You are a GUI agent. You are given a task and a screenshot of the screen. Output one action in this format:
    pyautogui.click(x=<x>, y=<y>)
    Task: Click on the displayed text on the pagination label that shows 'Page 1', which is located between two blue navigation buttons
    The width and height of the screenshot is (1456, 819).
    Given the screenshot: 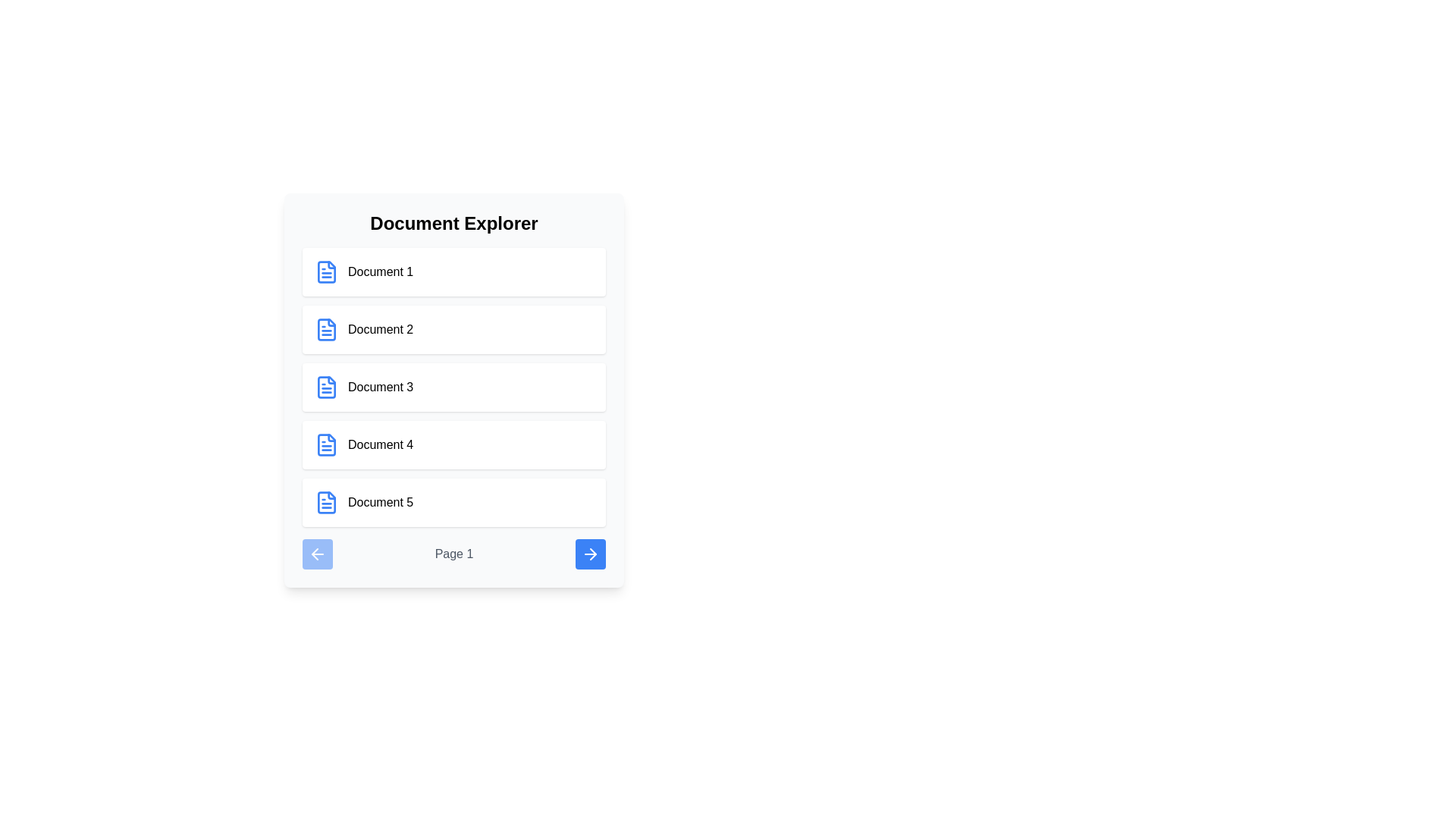 What is the action you would take?
    pyautogui.click(x=453, y=554)
    